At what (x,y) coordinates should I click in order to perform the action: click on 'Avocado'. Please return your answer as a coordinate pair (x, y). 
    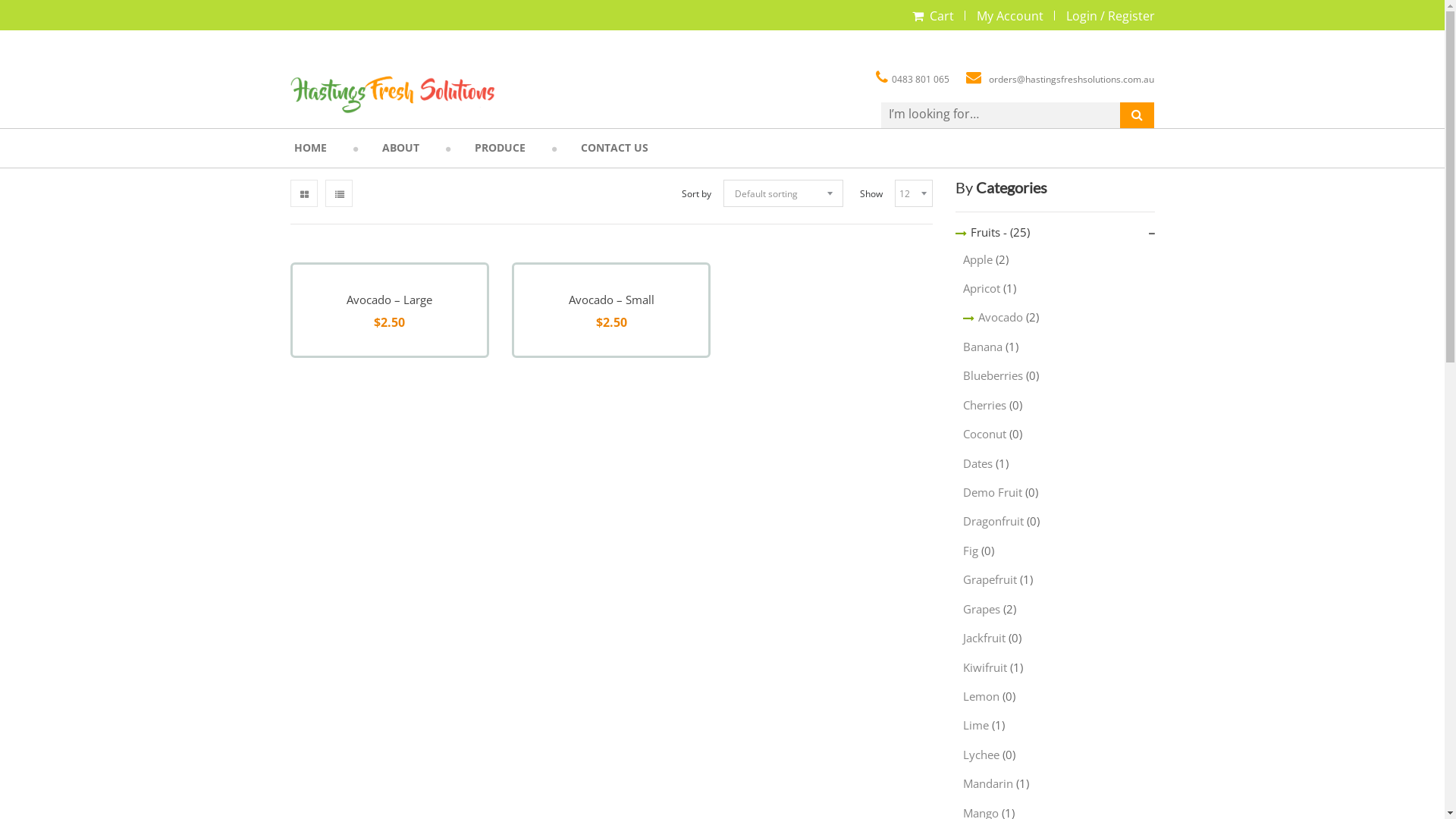
    Looking at the image, I should click on (993, 315).